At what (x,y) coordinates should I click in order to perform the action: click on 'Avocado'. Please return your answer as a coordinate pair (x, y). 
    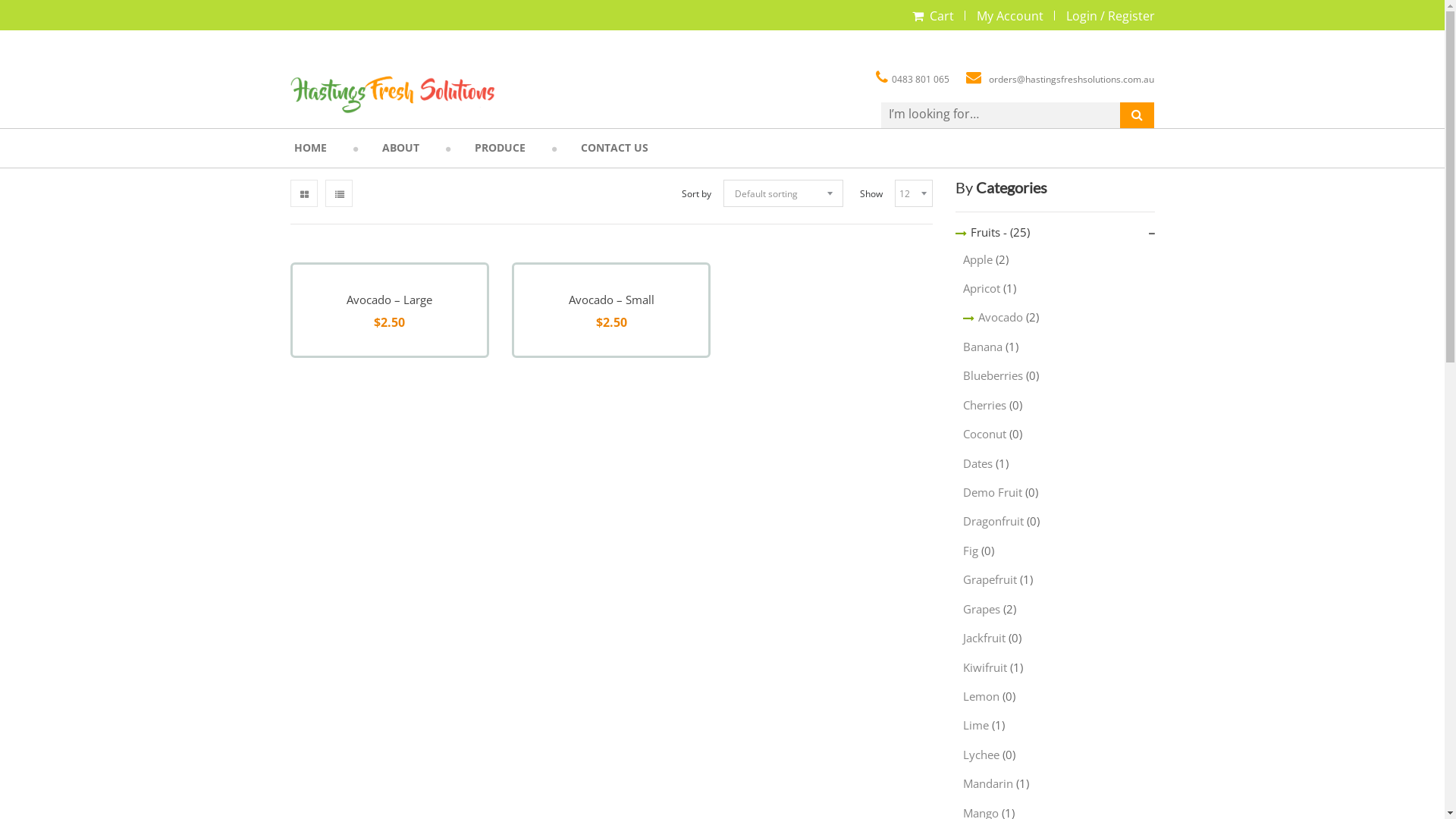
    Looking at the image, I should click on (993, 315).